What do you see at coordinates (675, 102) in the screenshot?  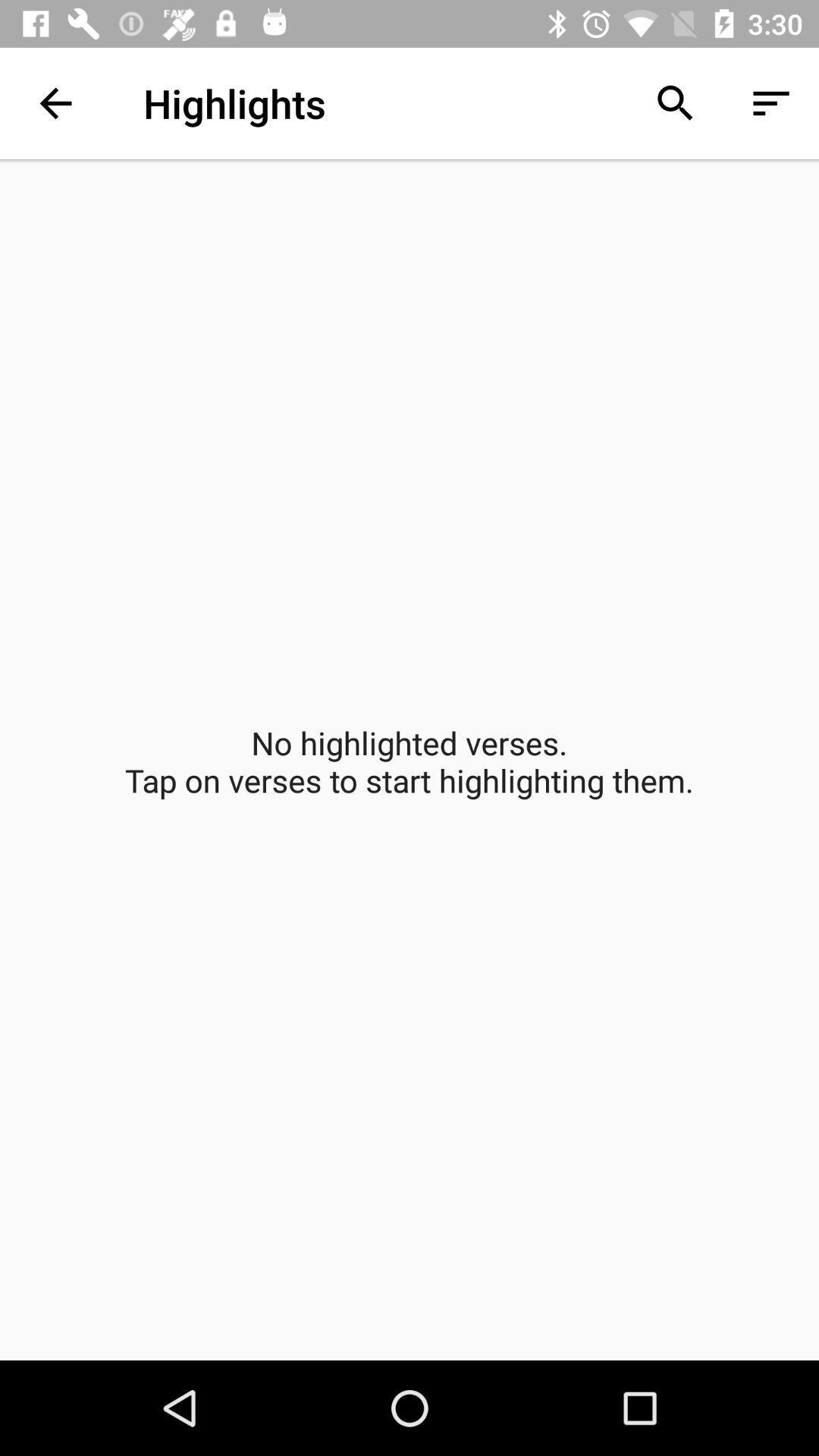 I see `the app to the right of highlights app` at bounding box center [675, 102].